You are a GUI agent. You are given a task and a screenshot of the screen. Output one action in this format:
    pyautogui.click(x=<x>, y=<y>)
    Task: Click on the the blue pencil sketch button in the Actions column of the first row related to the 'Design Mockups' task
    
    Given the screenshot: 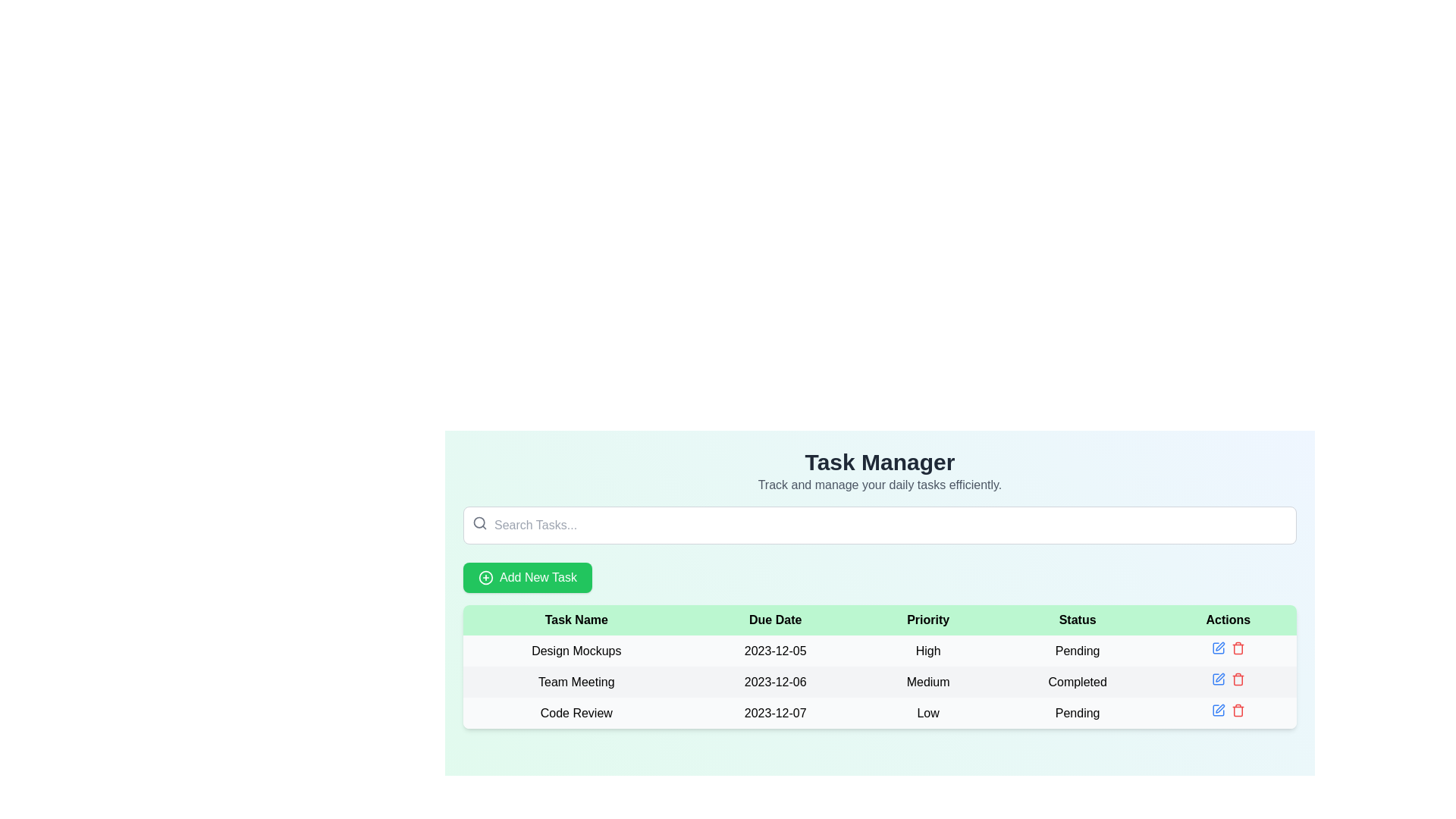 What is the action you would take?
    pyautogui.click(x=1218, y=648)
    